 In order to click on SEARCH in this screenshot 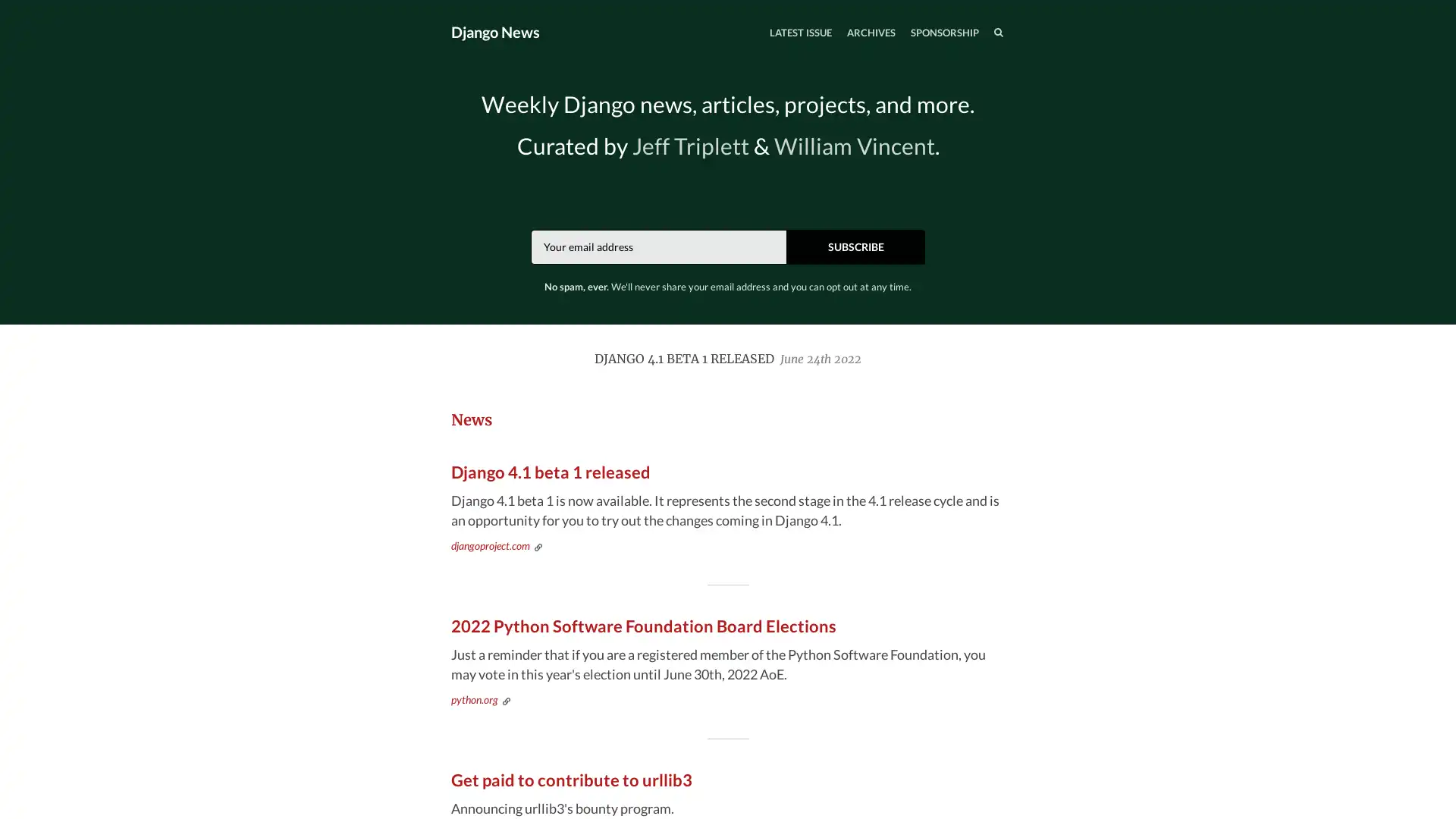, I will do `click(966, 32)`.